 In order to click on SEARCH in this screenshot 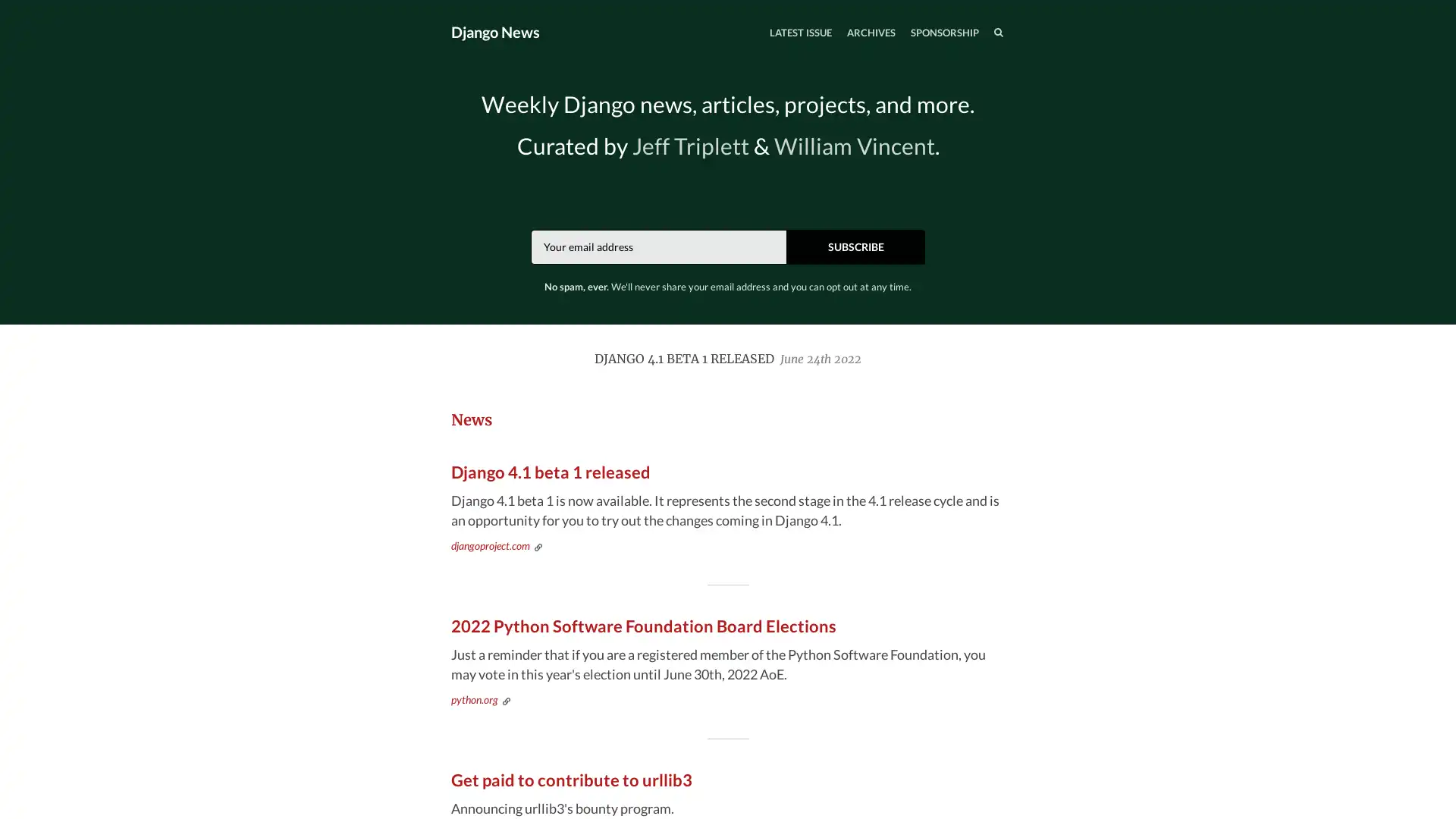, I will do `click(966, 32)`.